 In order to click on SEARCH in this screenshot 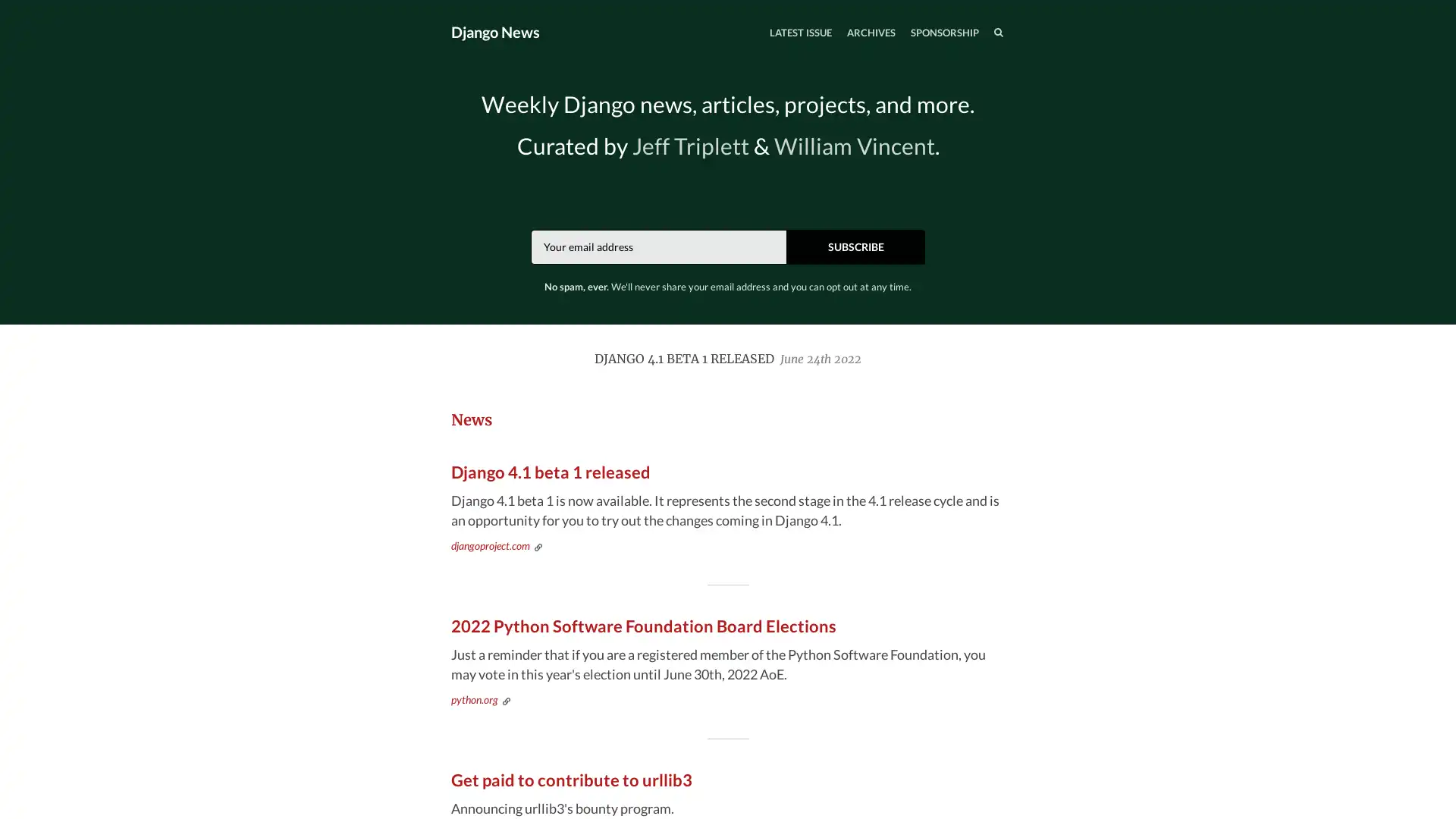, I will do `click(966, 32)`.